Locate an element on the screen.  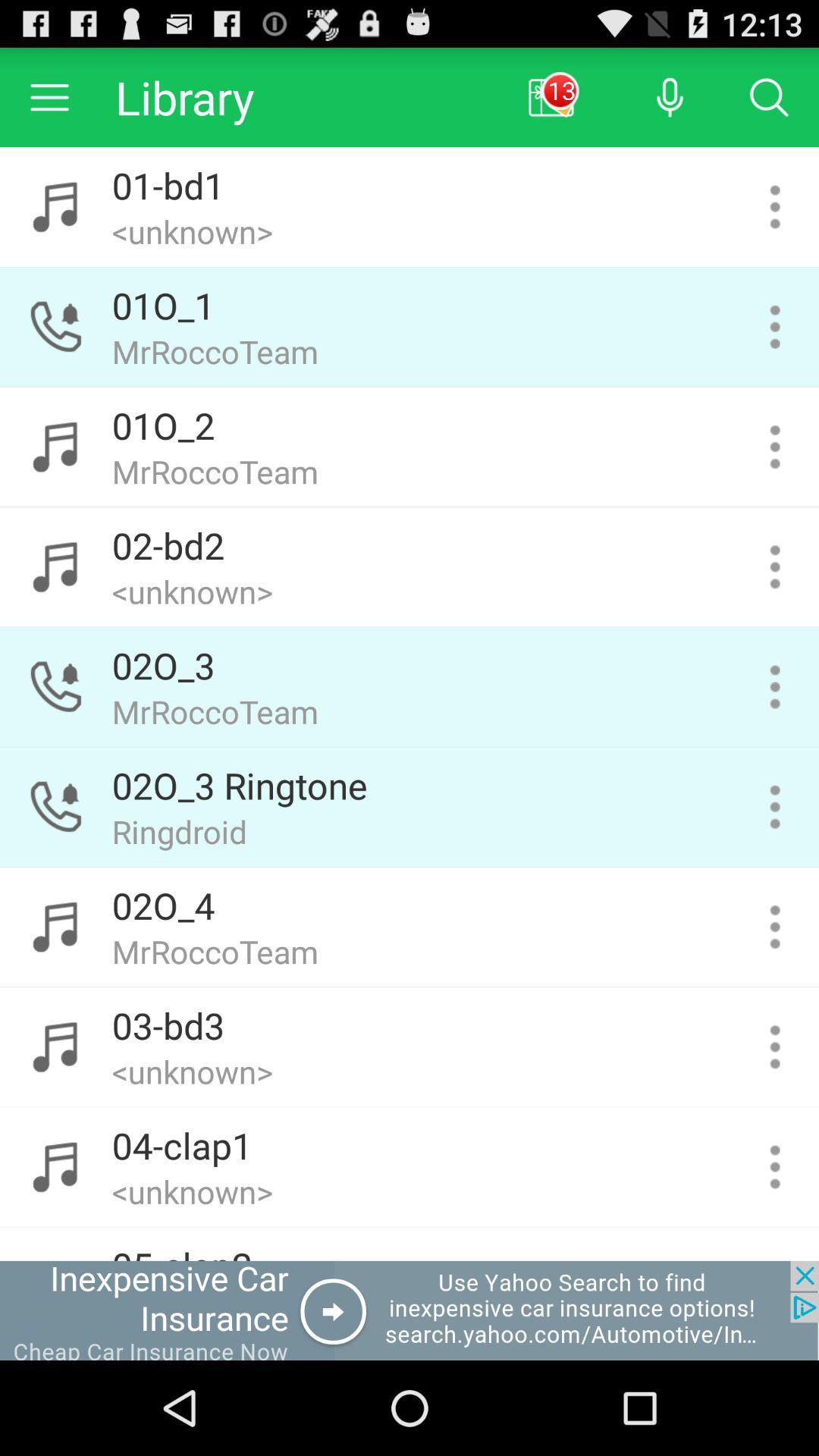
page actions is located at coordinates (775, 686).